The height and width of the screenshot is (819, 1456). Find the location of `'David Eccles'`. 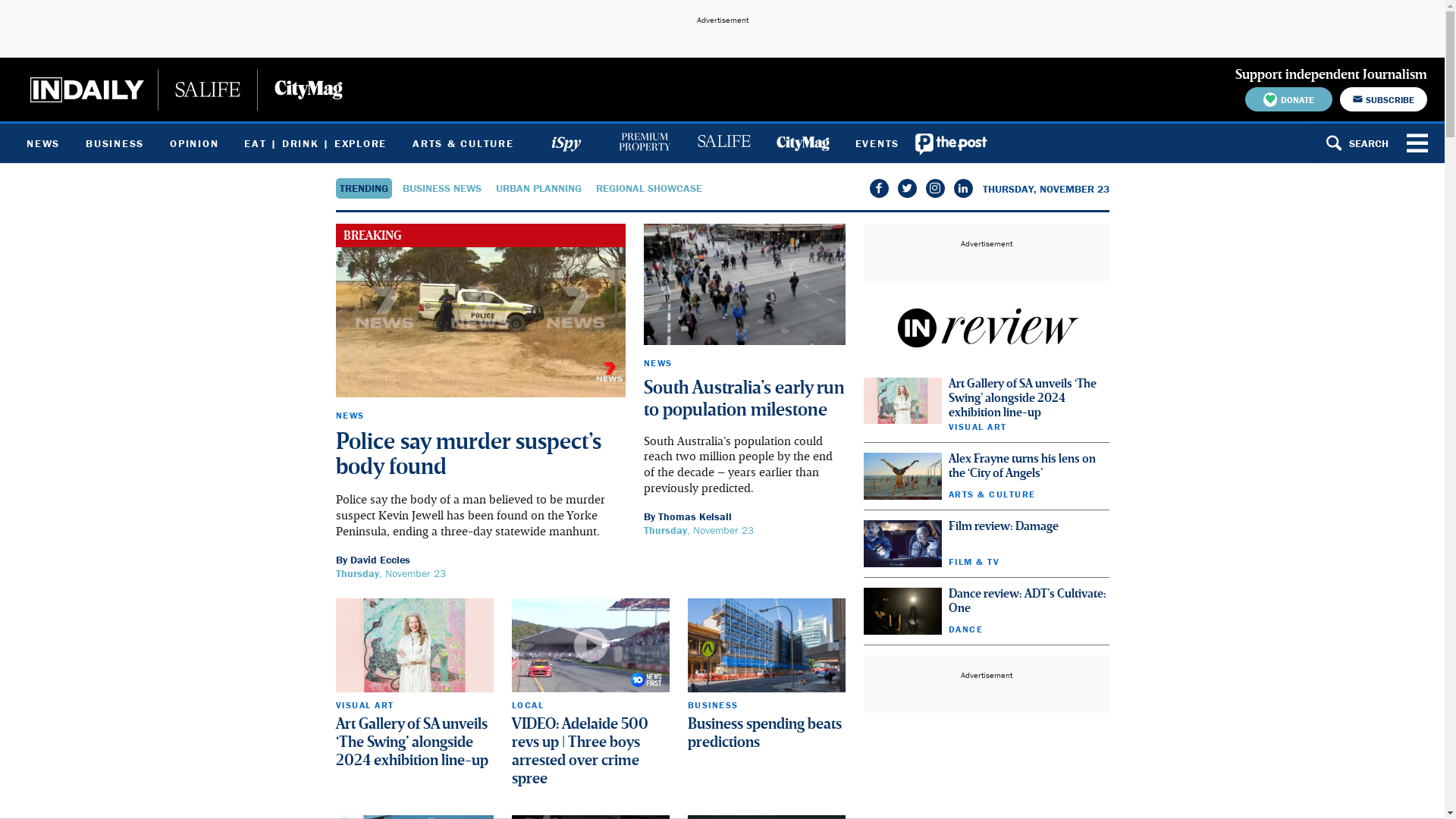

'David Eccles' is located at coordinates (349, 559).